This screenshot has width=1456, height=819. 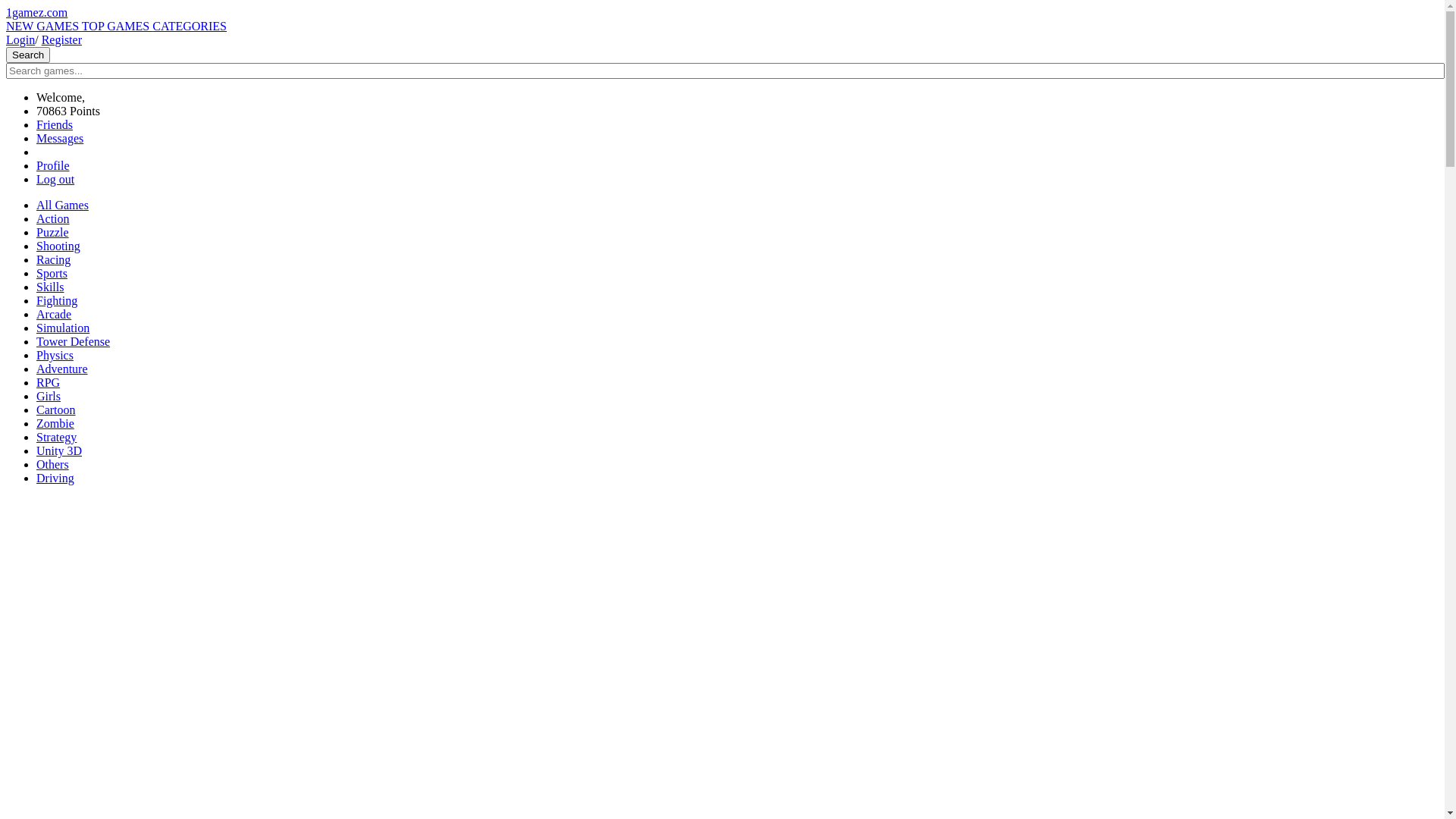 I want to click on 'Fighting', so click(x=57, y=300).